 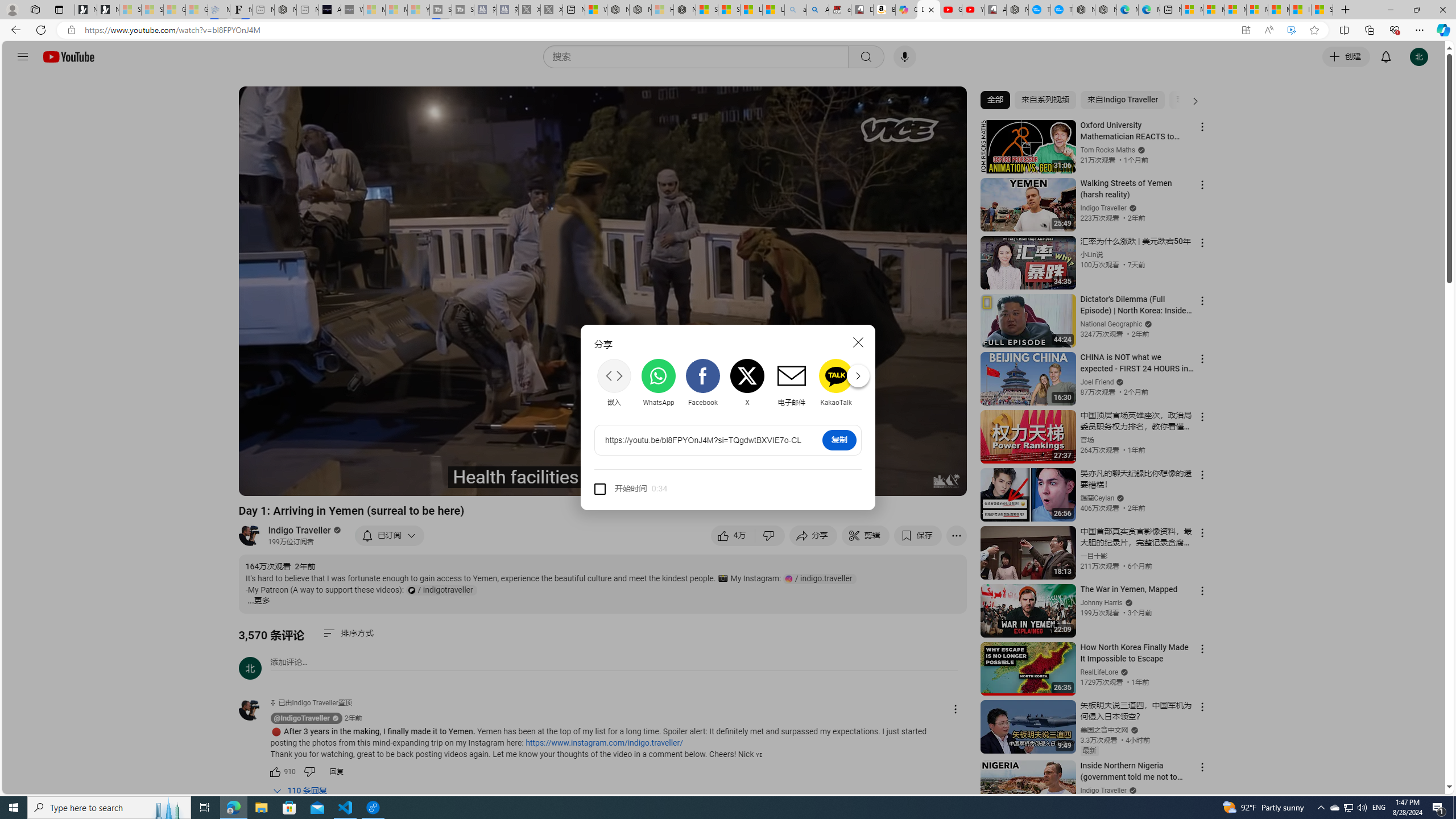 What do you see at coordinates (107, 9) in the screenshot?
I see `'Newsletter Sign Up'` at bounding box center [107, 9].